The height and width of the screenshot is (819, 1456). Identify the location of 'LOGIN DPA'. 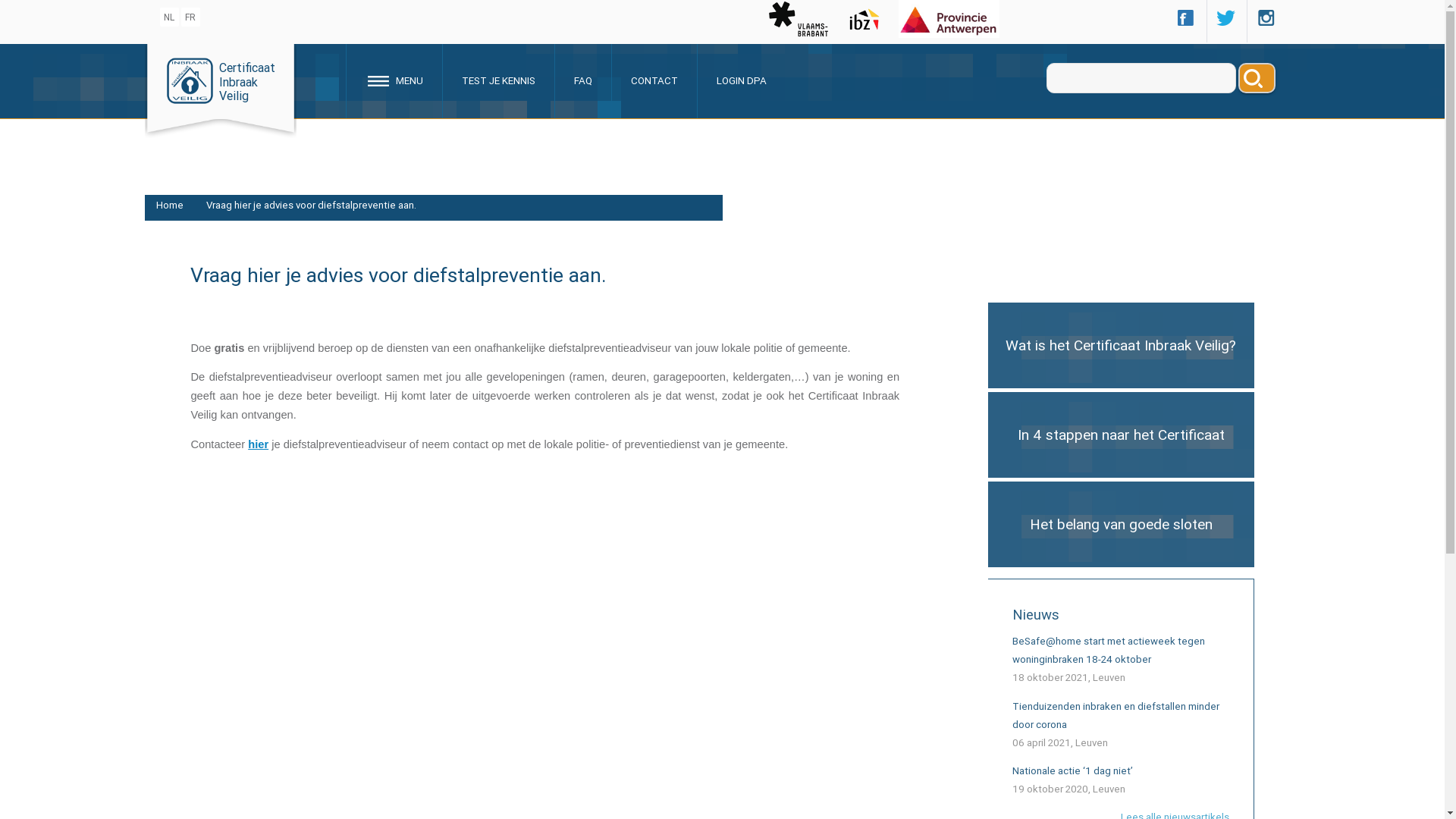
(741, 81).